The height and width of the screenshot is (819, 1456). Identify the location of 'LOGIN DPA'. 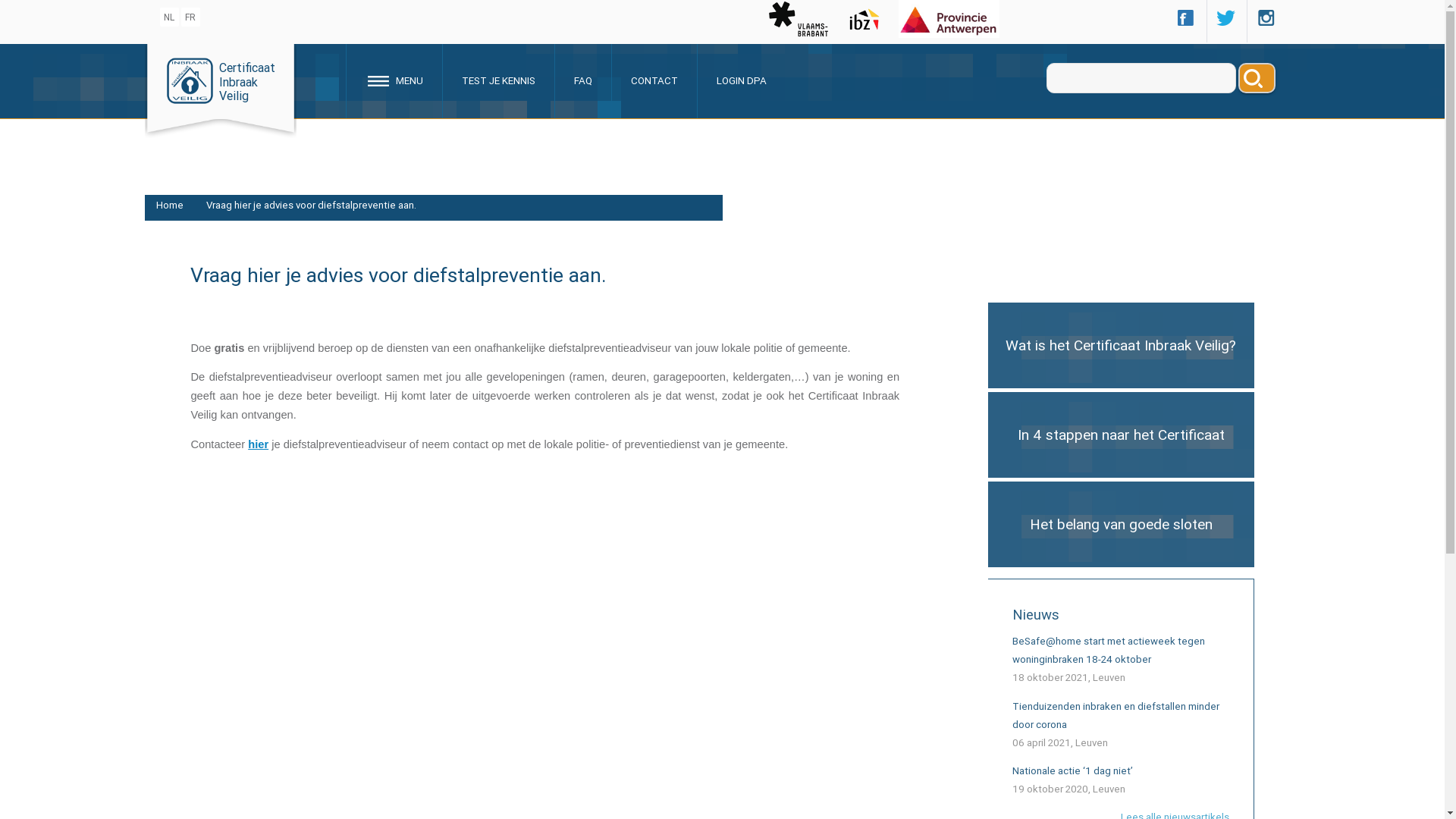
(741, 81).